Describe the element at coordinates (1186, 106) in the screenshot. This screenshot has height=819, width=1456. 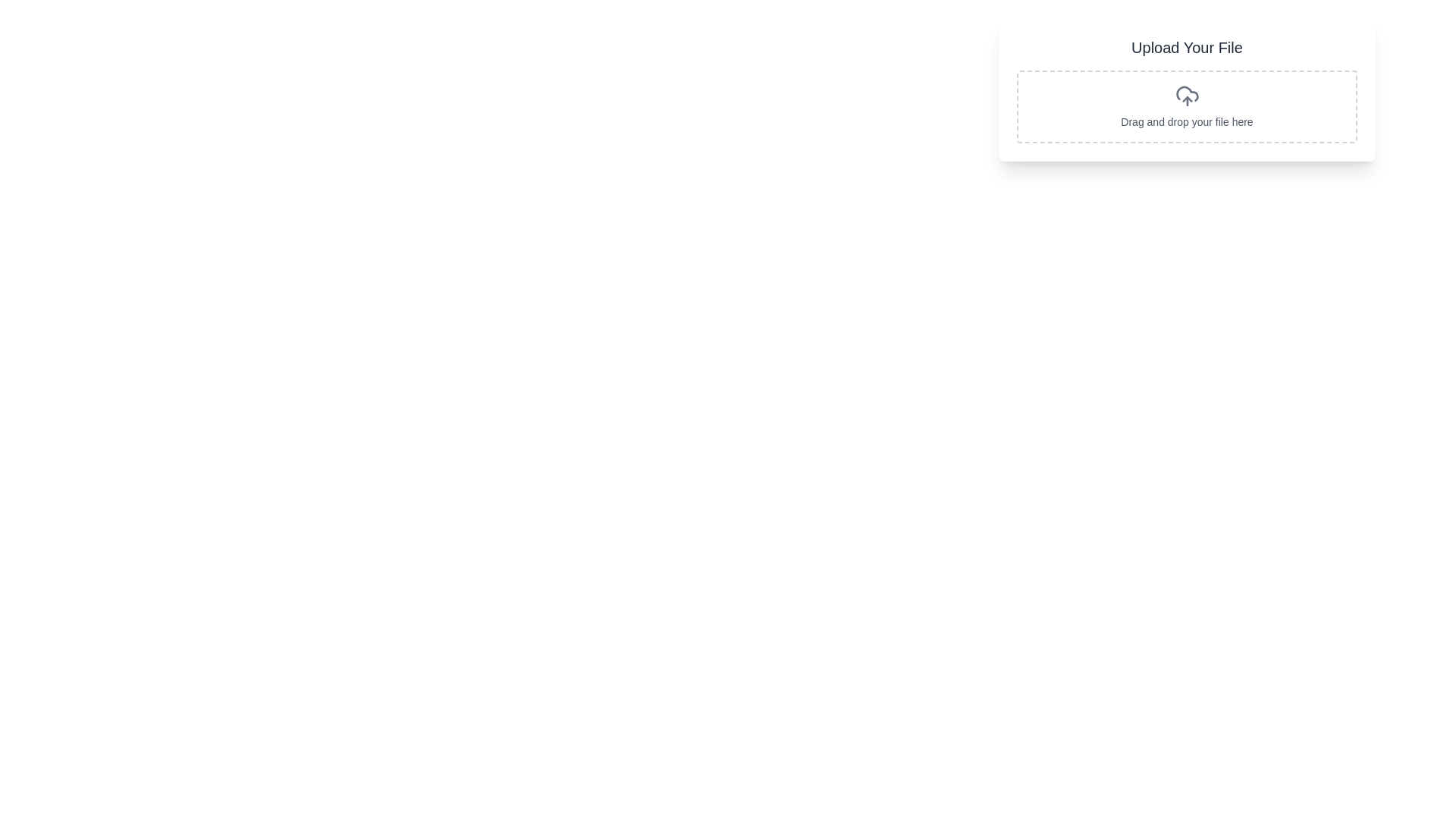
I see `and drop files onto the File Upload Zone located in the 'Upload Your File' card, positioned centrally below the title text` at that location.